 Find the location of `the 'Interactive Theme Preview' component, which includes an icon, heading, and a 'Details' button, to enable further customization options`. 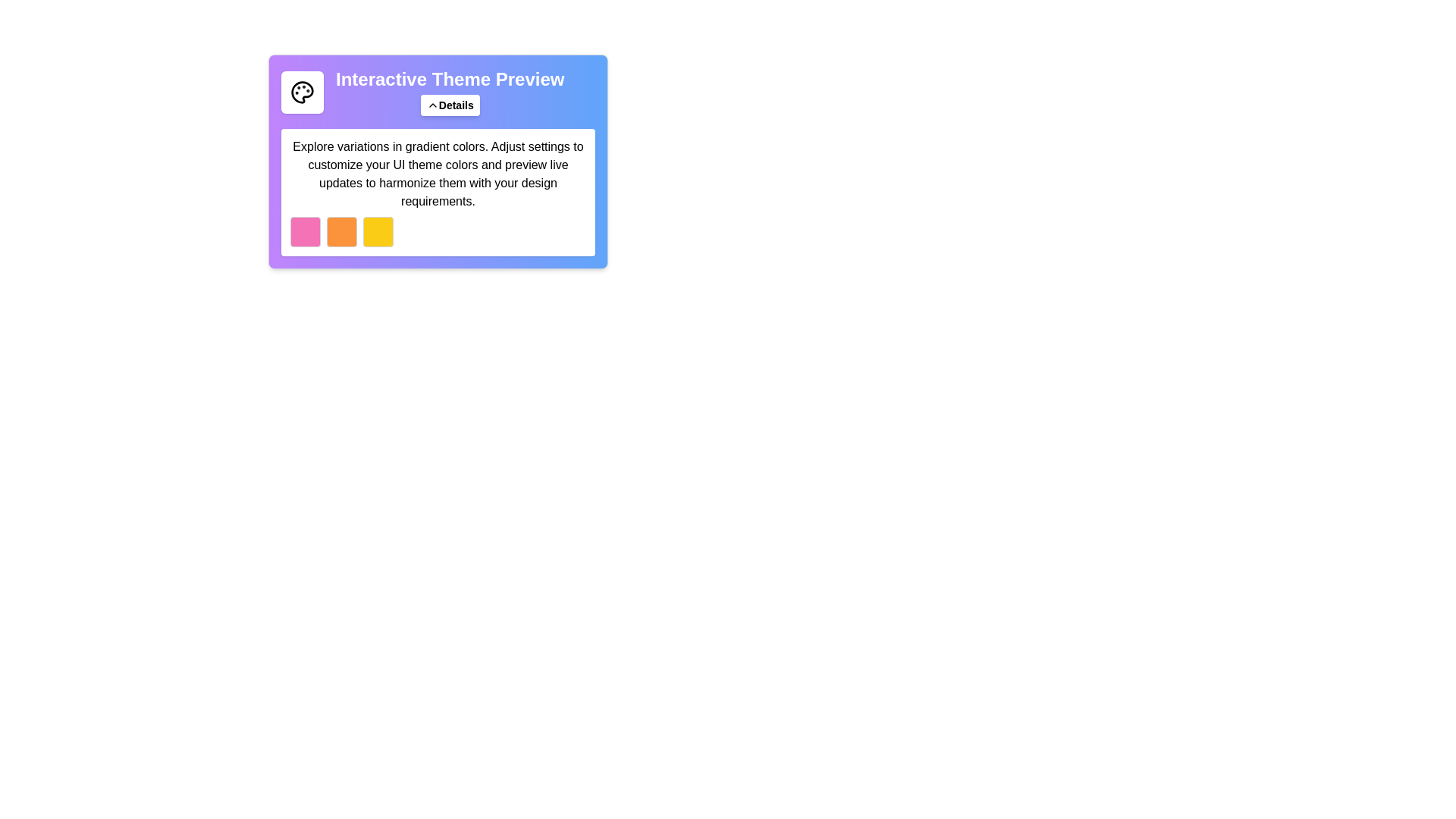

the 'Interactive Theme Preview' component, which includes an icon, heading, and a 'Details' button, to enable further customization options is located at coordinates (437, 91).